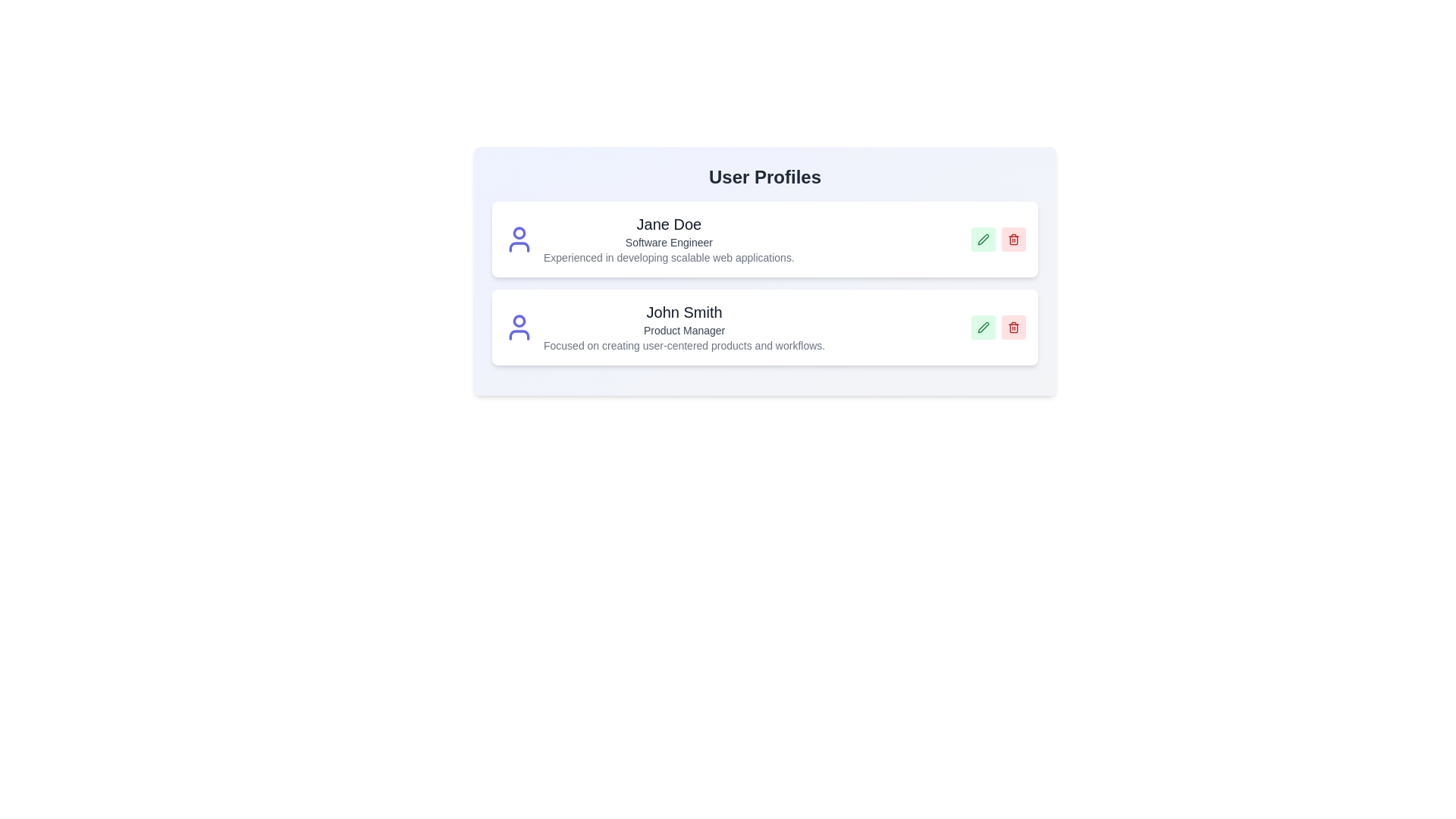 Image resolution: width=1456 pixels, height=819 pixels. Describe the element at coordinates (983, 327) in the screenshot. I see `edit button for the user profile John Smith` at that location.